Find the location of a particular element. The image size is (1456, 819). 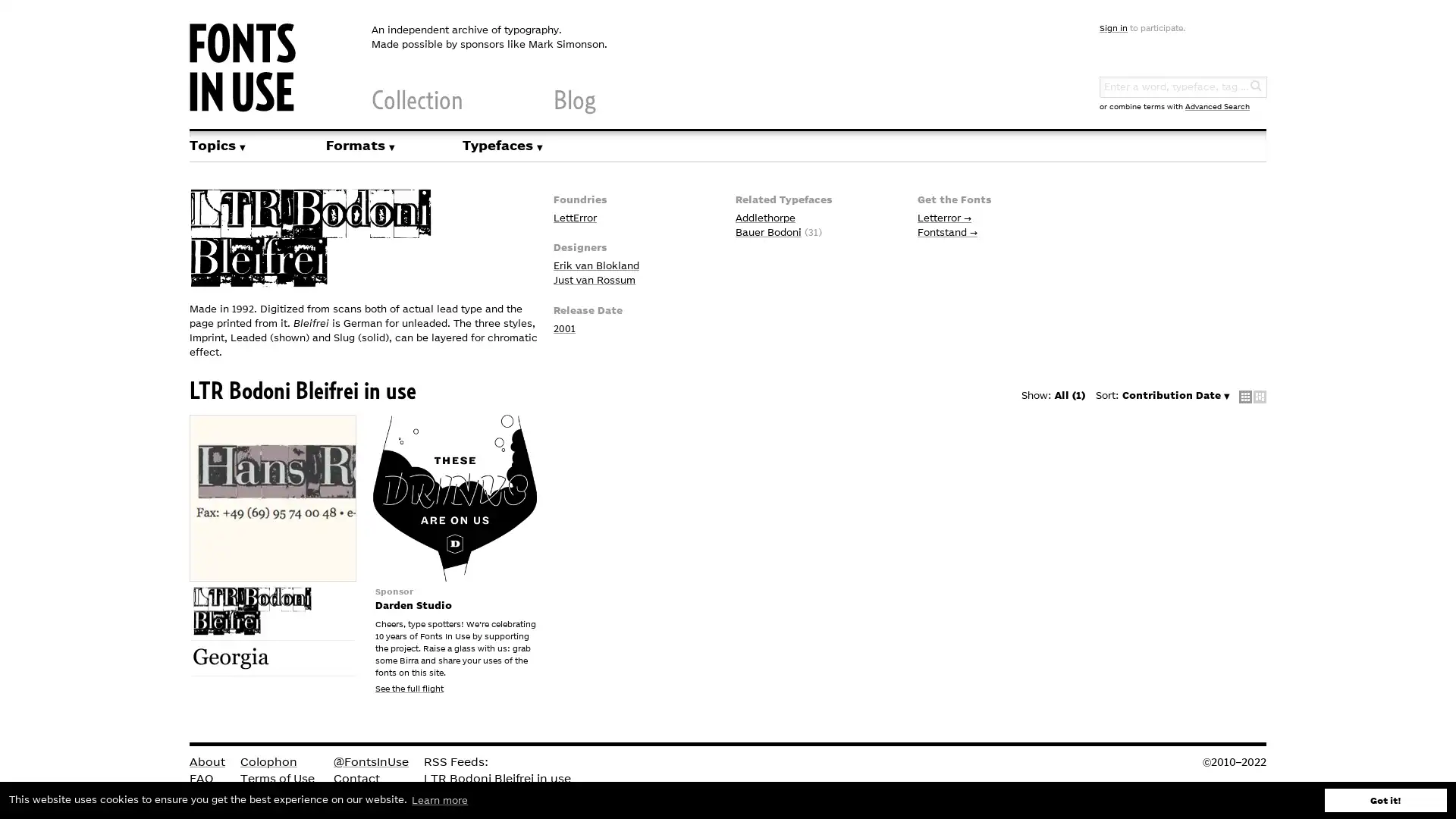

dismiss cookie message is located at coordinates (1385, 799).